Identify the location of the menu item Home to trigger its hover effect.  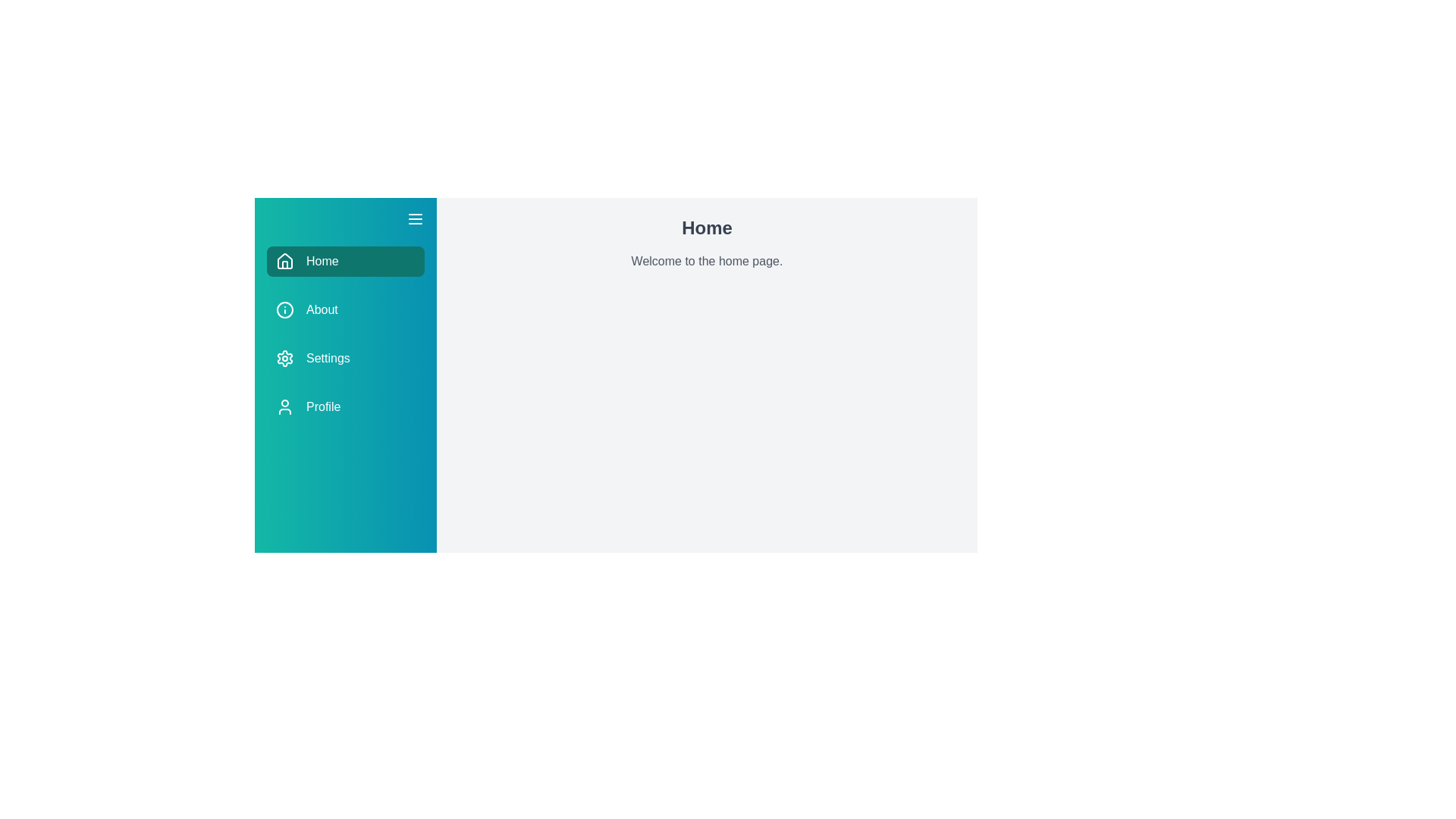
(345, 260).